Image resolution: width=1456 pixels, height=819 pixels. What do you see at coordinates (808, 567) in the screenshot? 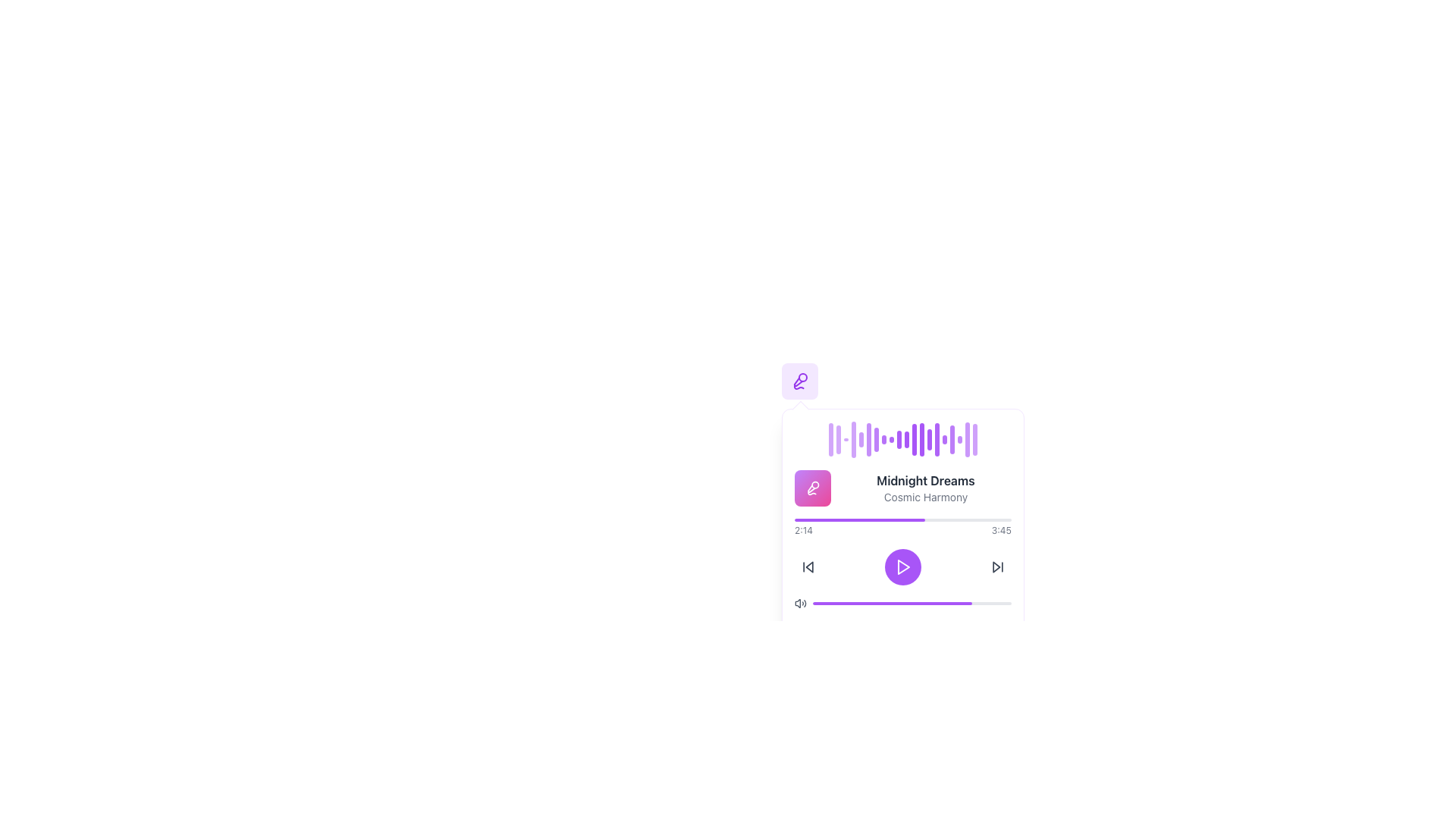
I see `the 'previous' button located in the lower right quadrant of the media player interface` at bounding box center [808, 567].